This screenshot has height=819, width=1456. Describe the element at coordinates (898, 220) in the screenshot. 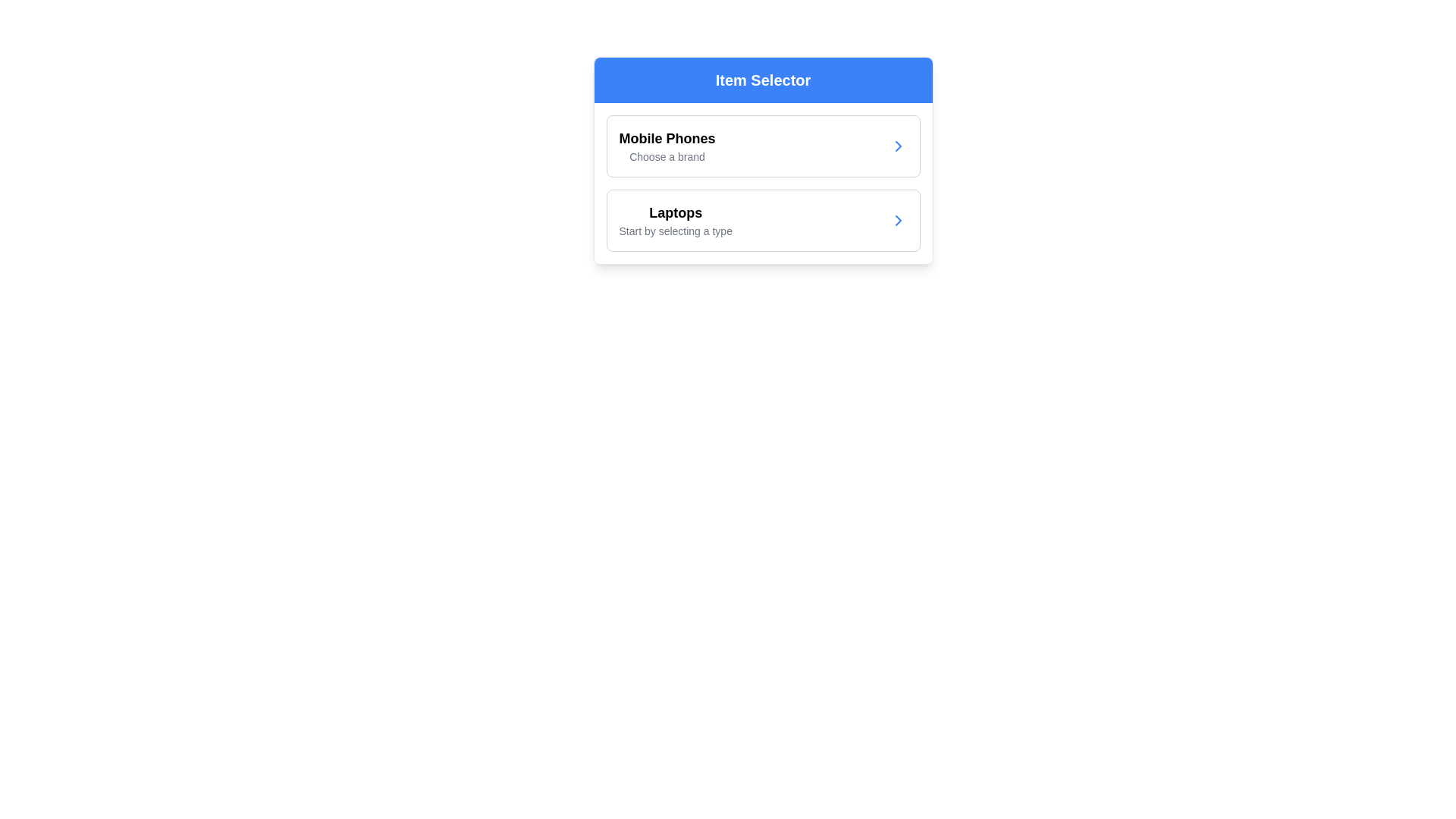

I see `the arrow icon located on the far right of the second row labeled 'Laptops' in the menu` at that location.